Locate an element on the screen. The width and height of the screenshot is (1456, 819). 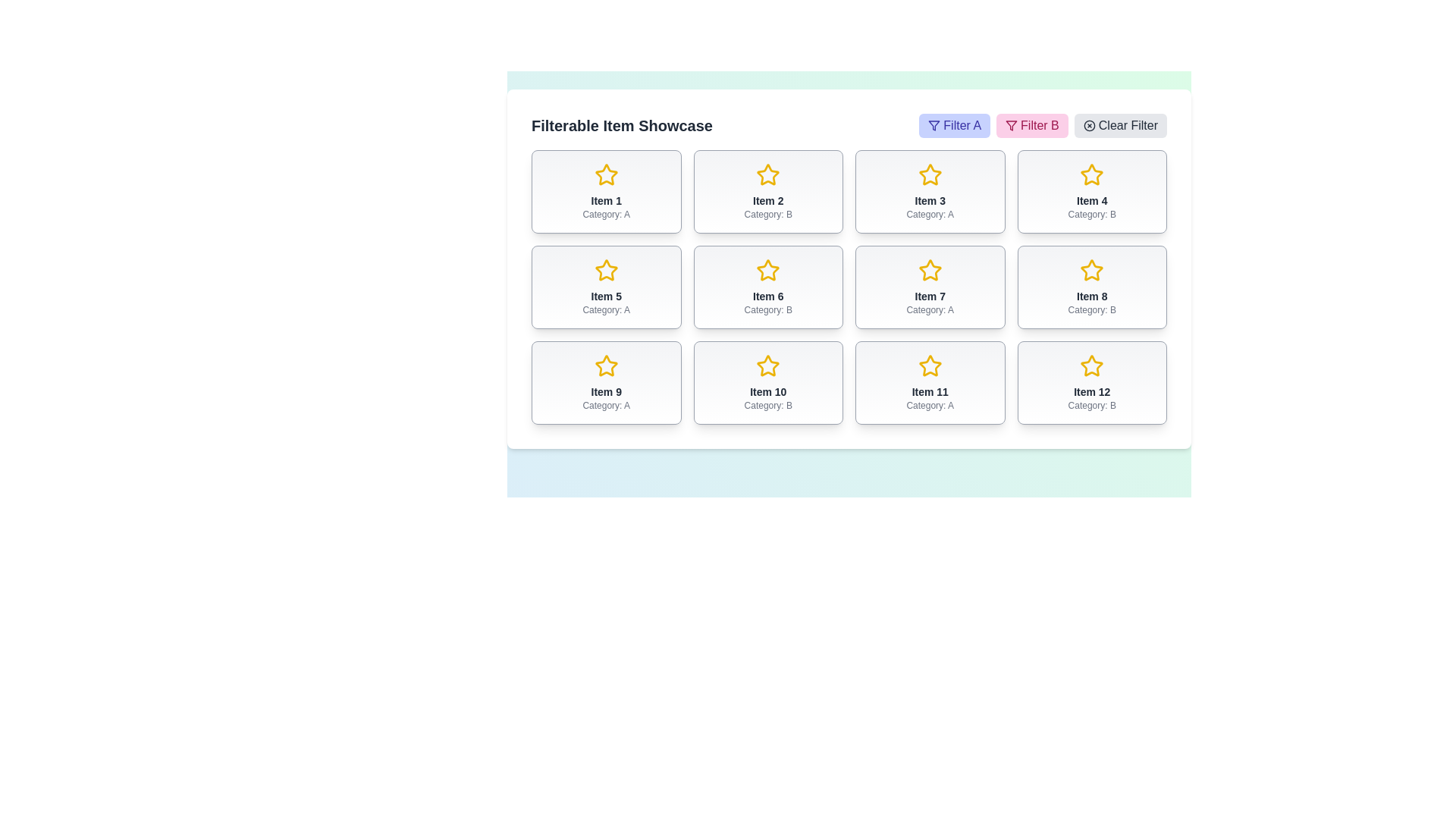
the text label displaying 'Category: A' which is located beneath the 'Item 7' title in the second row and fourth column of the grid layout is located at coordinates (929, 309).